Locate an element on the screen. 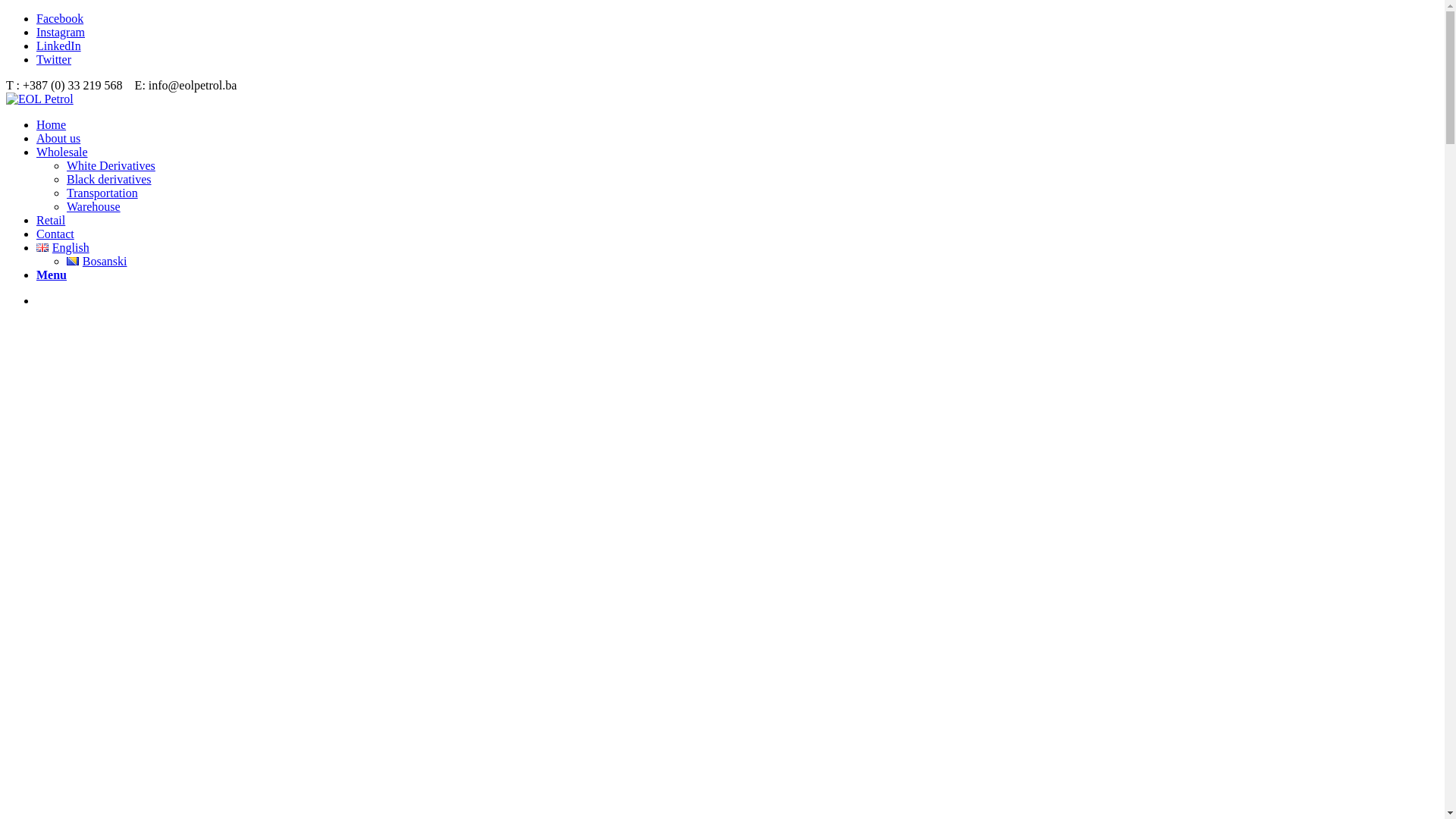 This screenshot has height=819, width=1456. 'Menu' is located at coordinates (36, 275).